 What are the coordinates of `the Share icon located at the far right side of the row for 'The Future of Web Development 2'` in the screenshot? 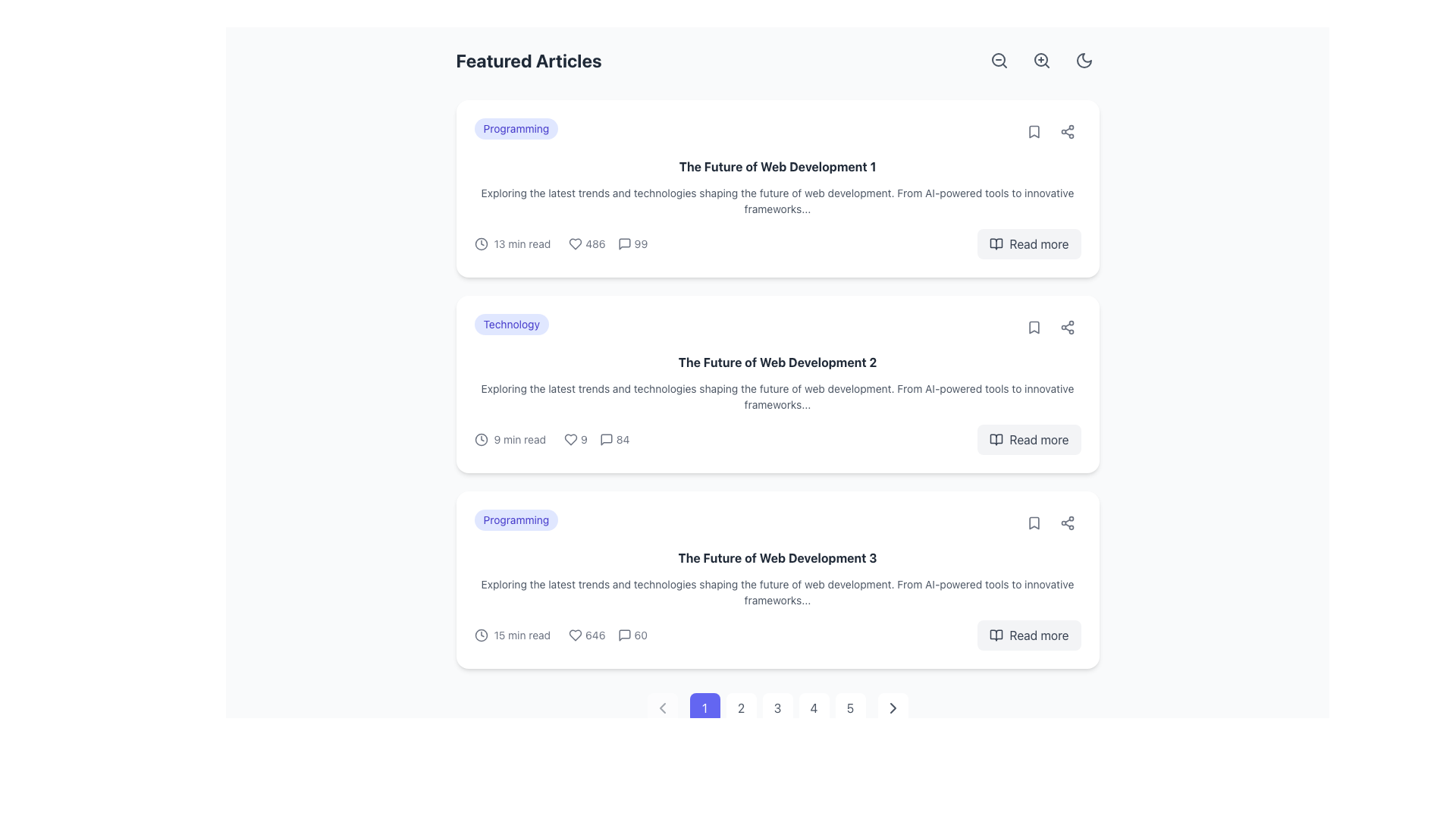 It's located at (1066, 327).